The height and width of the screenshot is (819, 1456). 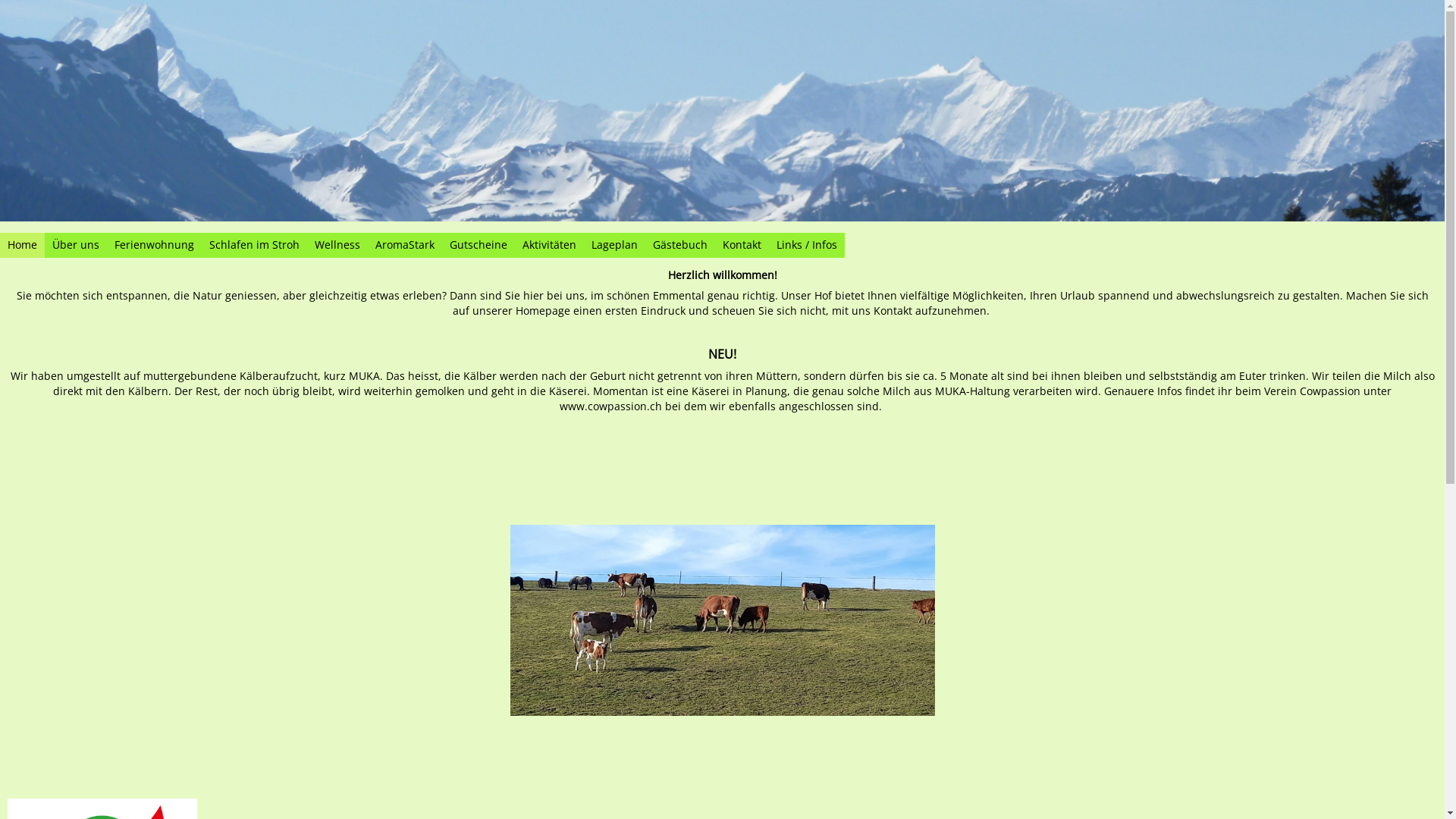 What do you see at coordinates (768, 244) in the screenshot?
I see `'Links / Infos'` at bounding box center [768, 244].